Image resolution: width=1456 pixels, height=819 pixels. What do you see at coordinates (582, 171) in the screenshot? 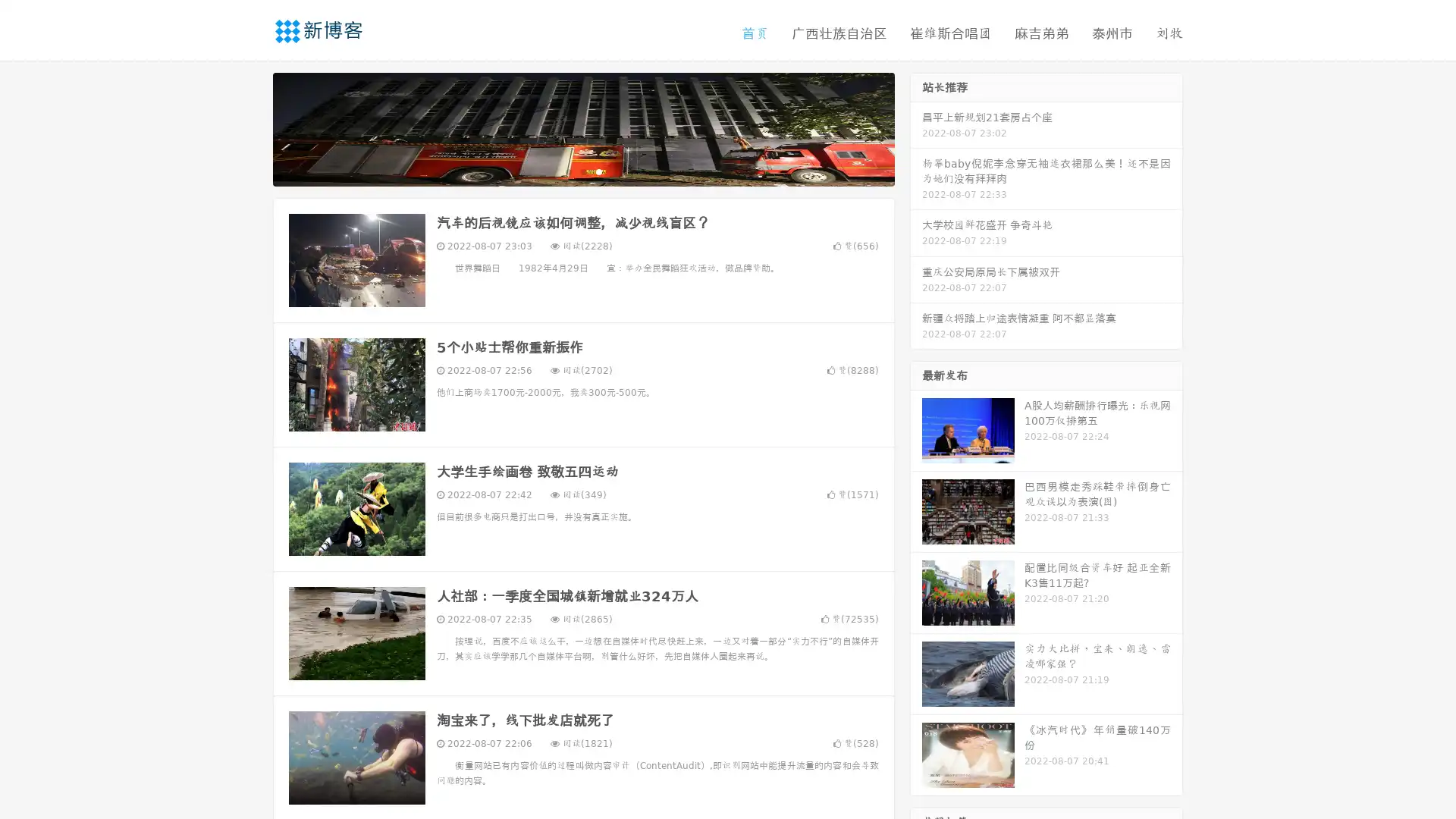
I see `Go to slide 2` at bounding box center [582, 171].